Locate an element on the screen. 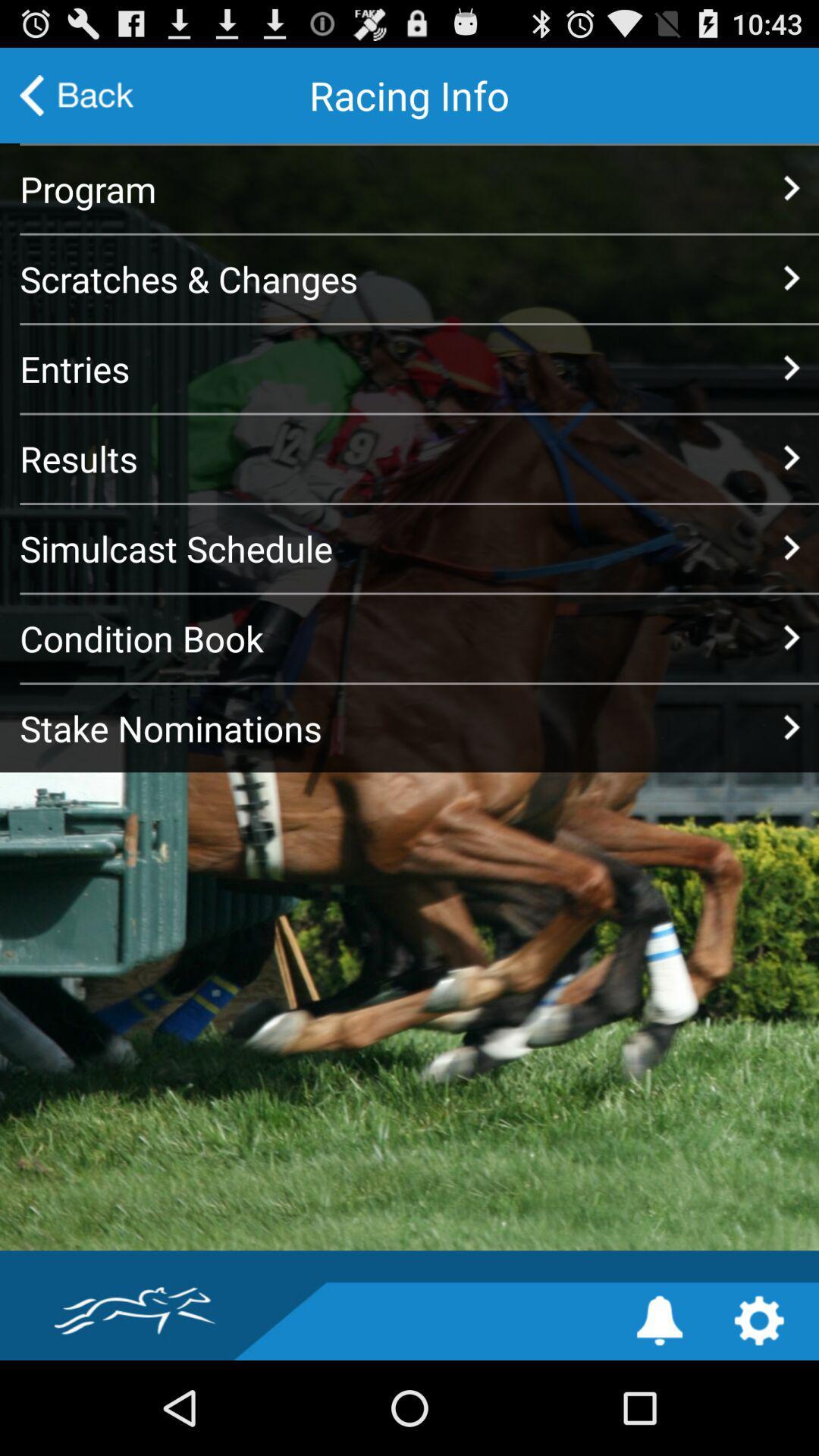  receive notifications is located at coordinates (659, 1319).